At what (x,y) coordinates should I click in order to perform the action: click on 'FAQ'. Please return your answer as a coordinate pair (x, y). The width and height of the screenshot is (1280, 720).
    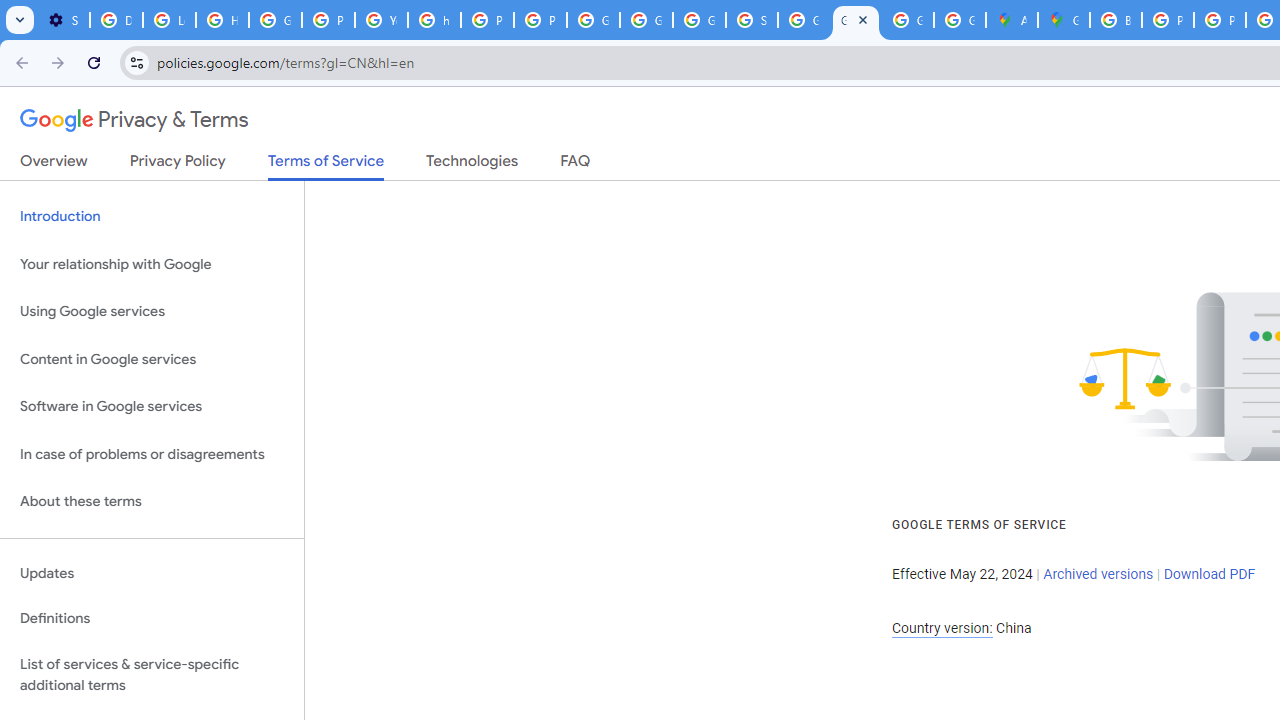
    Looking at the image, I should click on (575, 164).